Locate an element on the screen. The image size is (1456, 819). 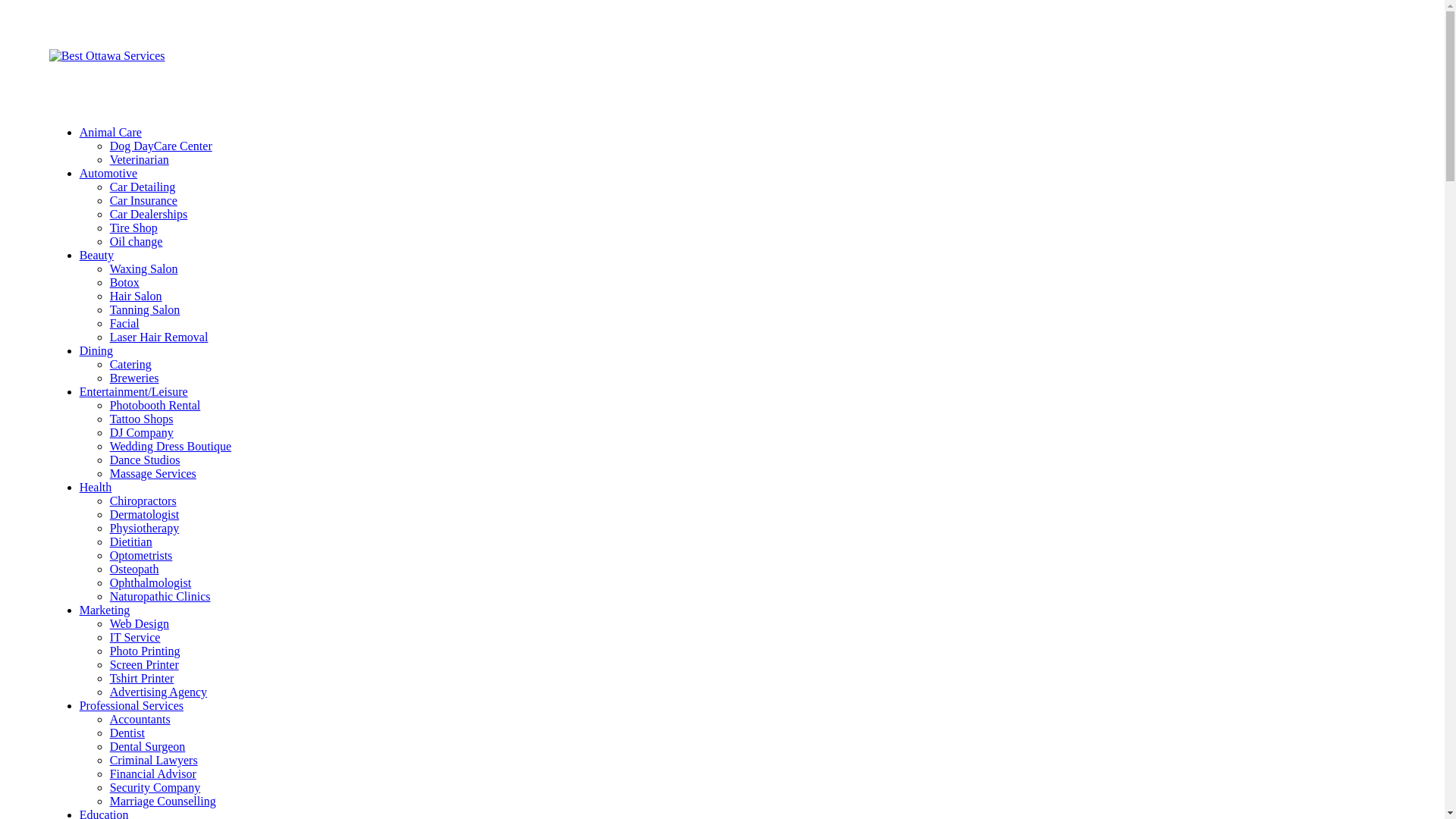
'Chiropractors' is located at coordinates (143, 500).